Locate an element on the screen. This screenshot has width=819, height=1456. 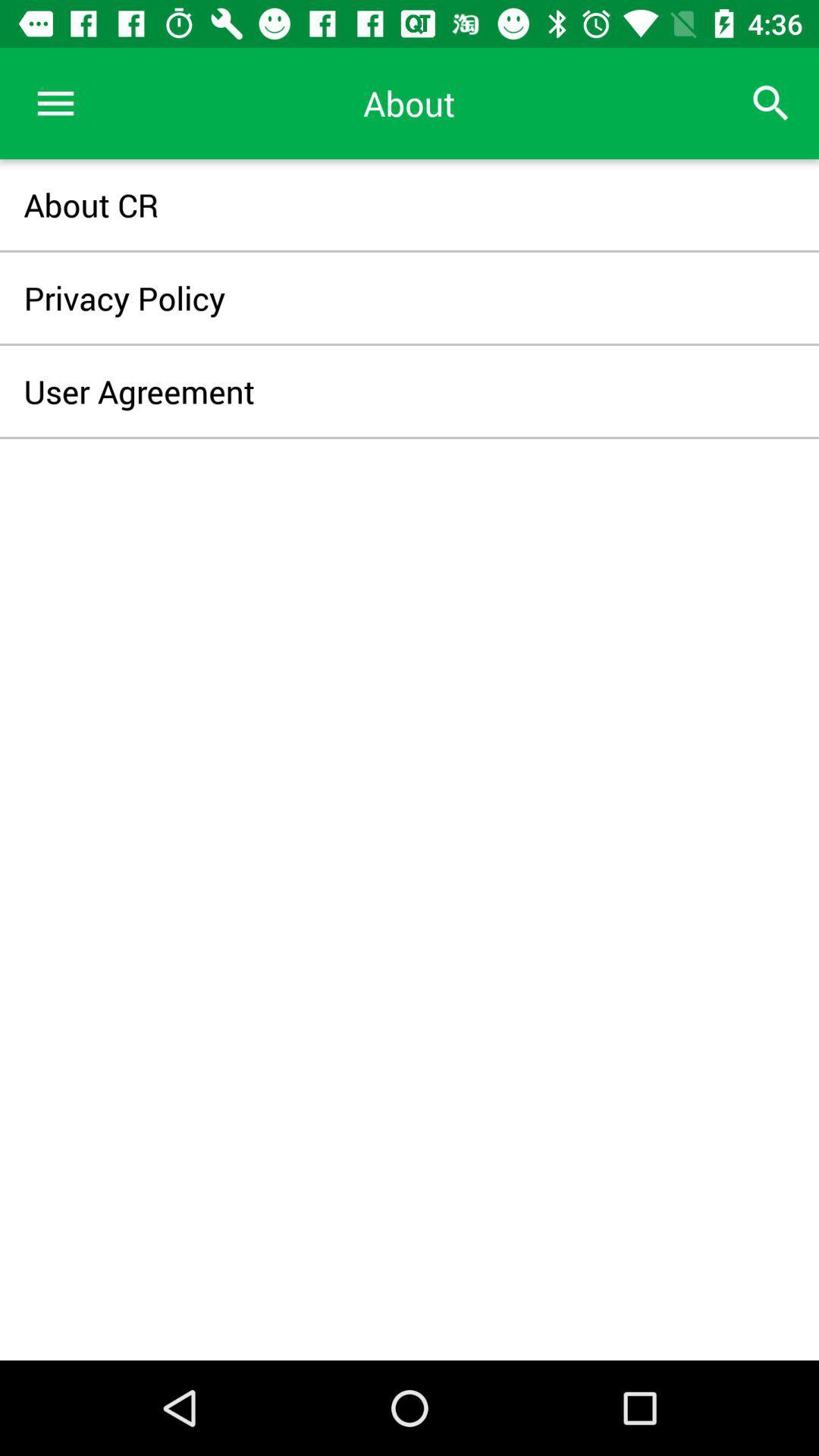
icon to the left of the about icon is located at coordinates (55, 102).